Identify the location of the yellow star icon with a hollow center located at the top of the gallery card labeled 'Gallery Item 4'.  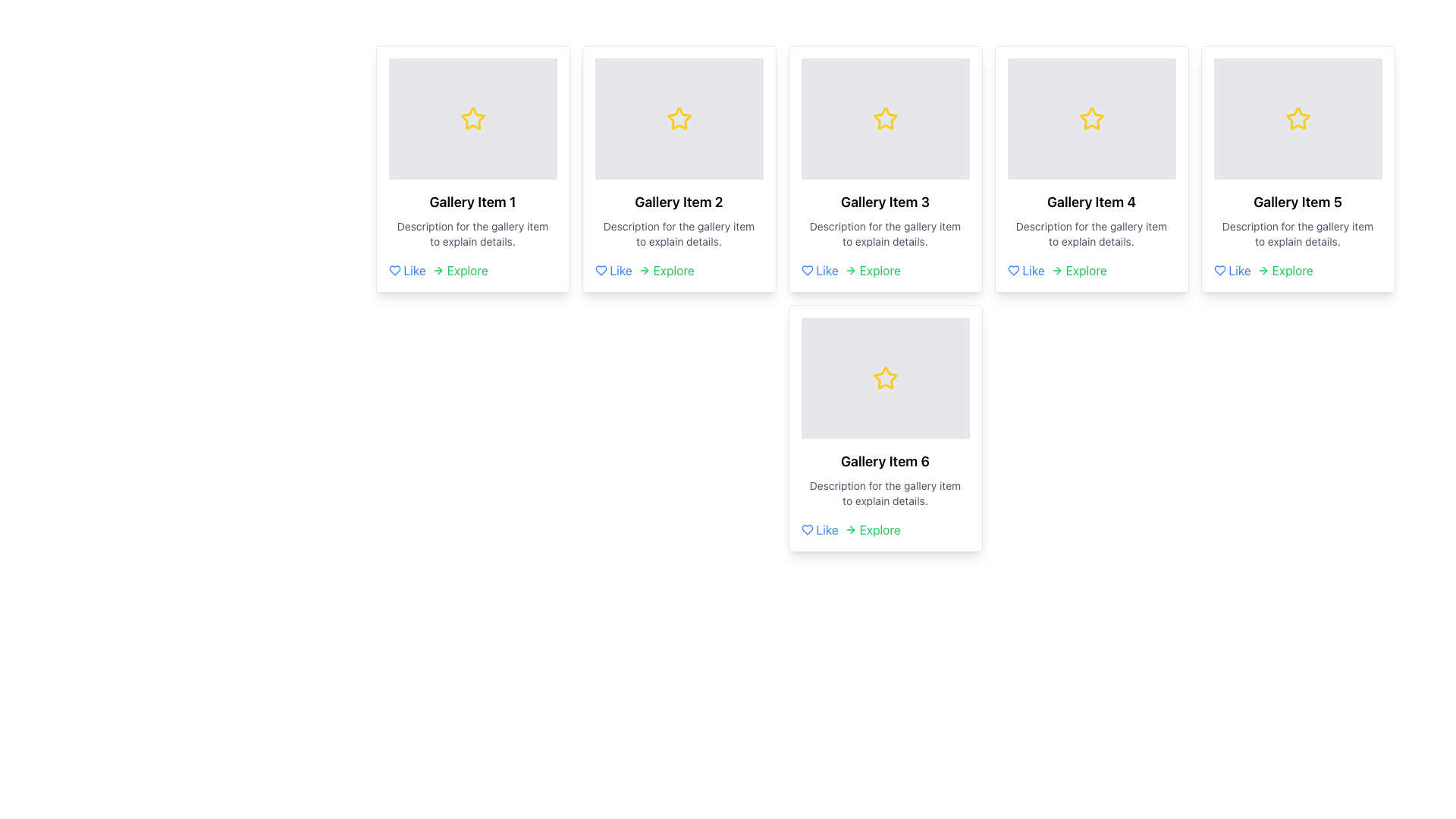
(1090, 118).